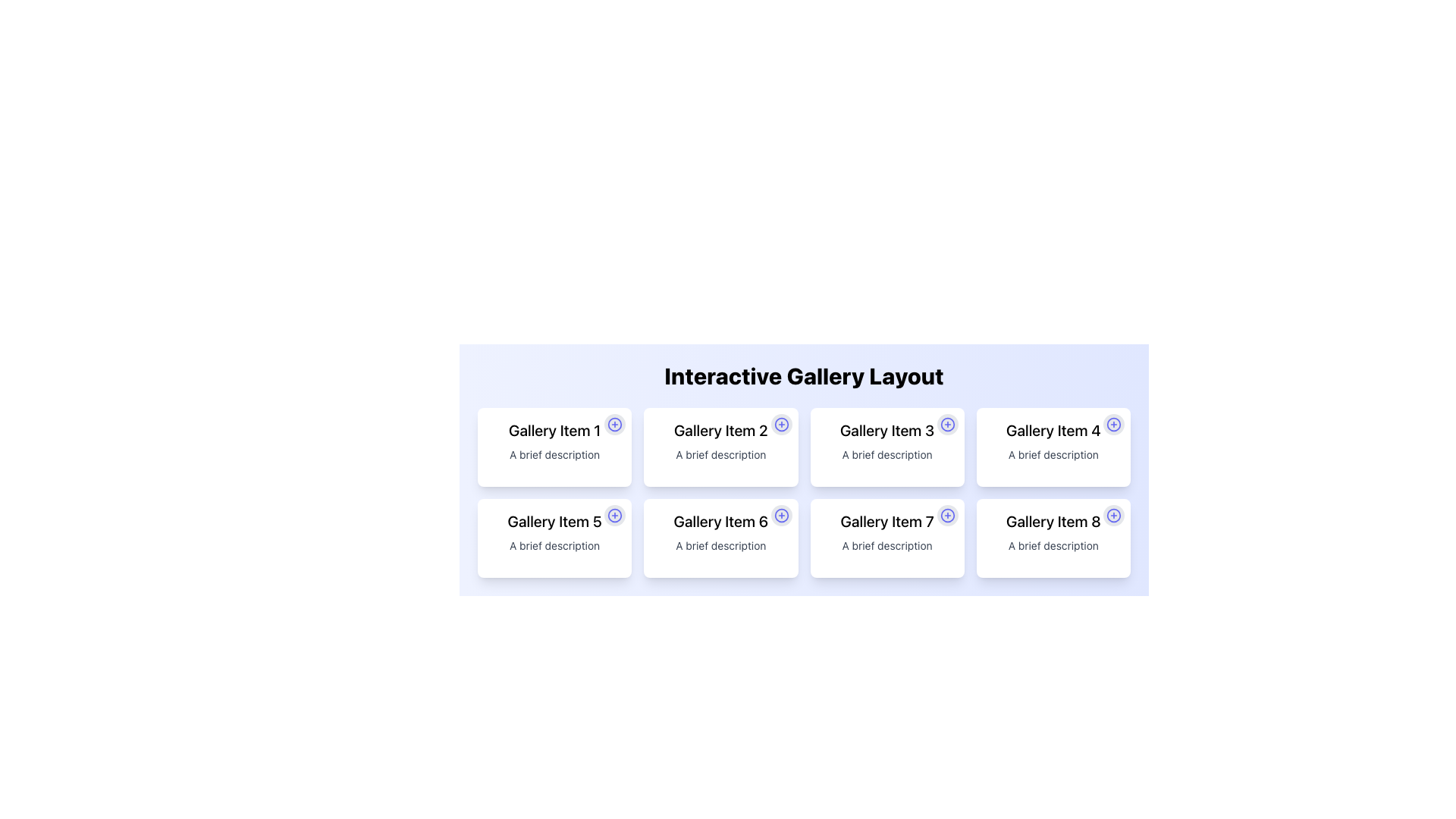 Image resolution: width=1456 pixels, height=819 pixels. I want to click on the text displaying 'A brief description' located inside the card labeled 'Gallery Item 6' in the second row and third column of the grid layout, so click(720, 546).